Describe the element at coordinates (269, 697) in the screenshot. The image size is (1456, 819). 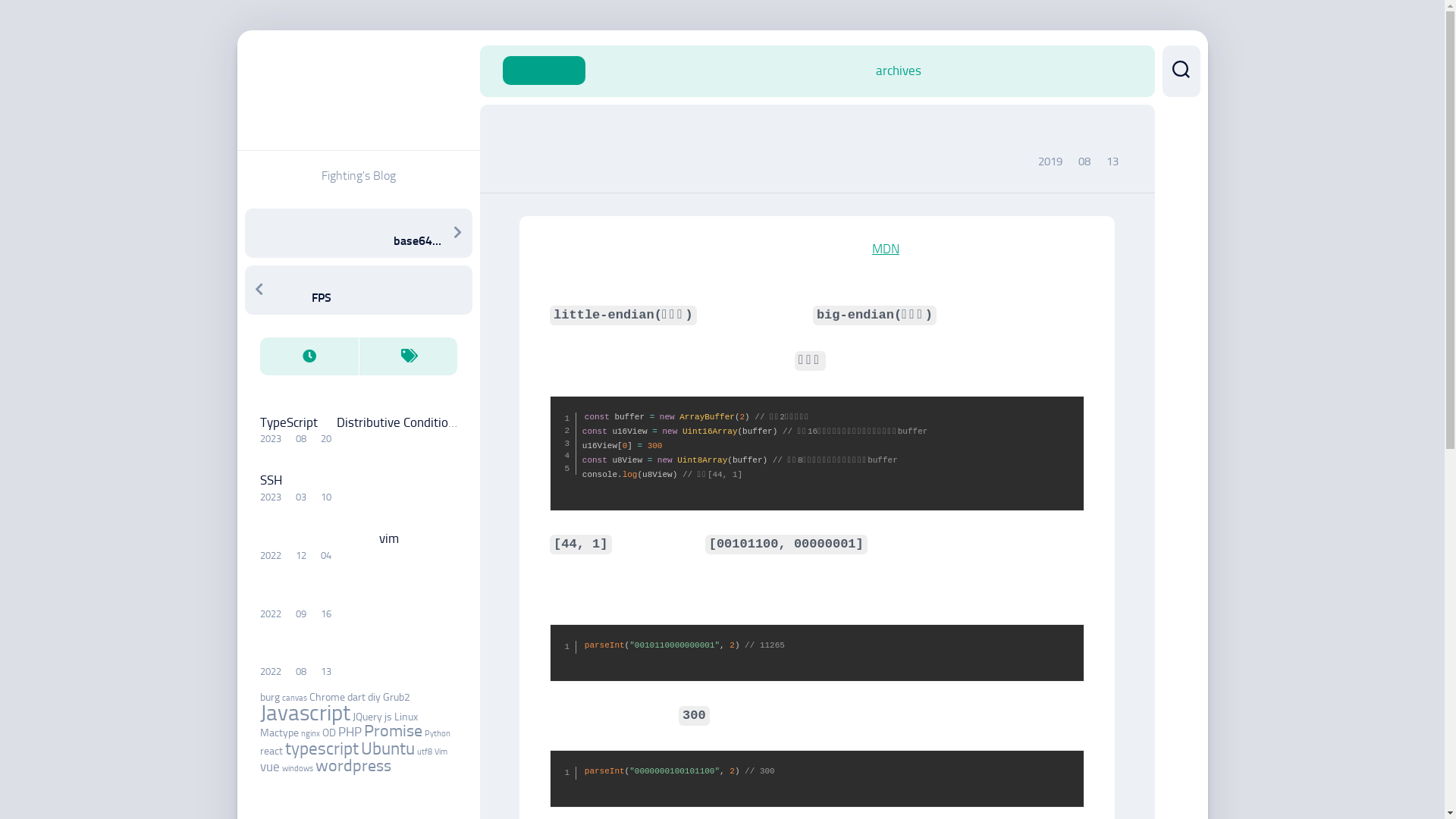
I see `'burg'` at that location.